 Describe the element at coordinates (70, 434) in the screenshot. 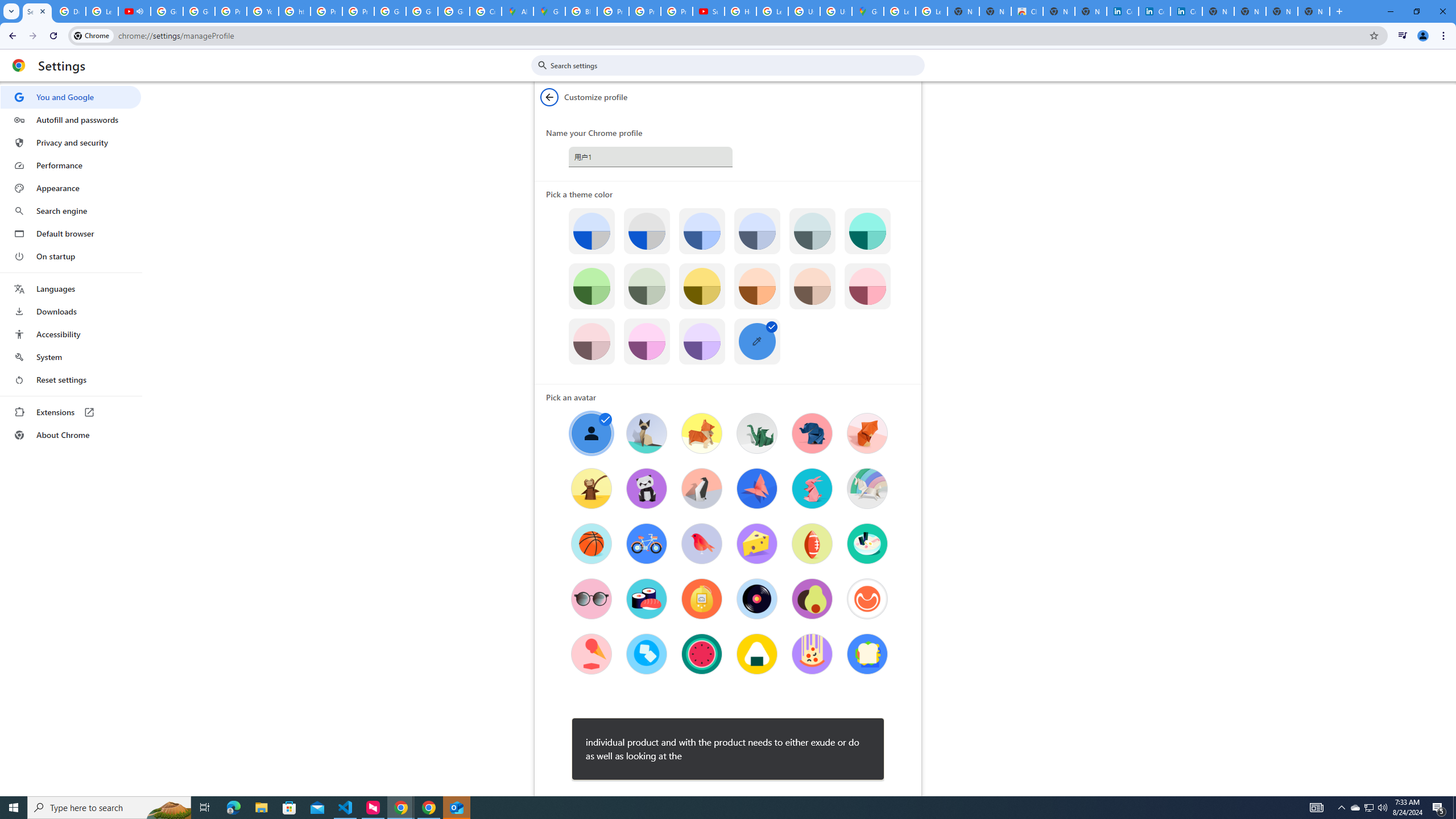

I see `'About Chrome'` at that location.